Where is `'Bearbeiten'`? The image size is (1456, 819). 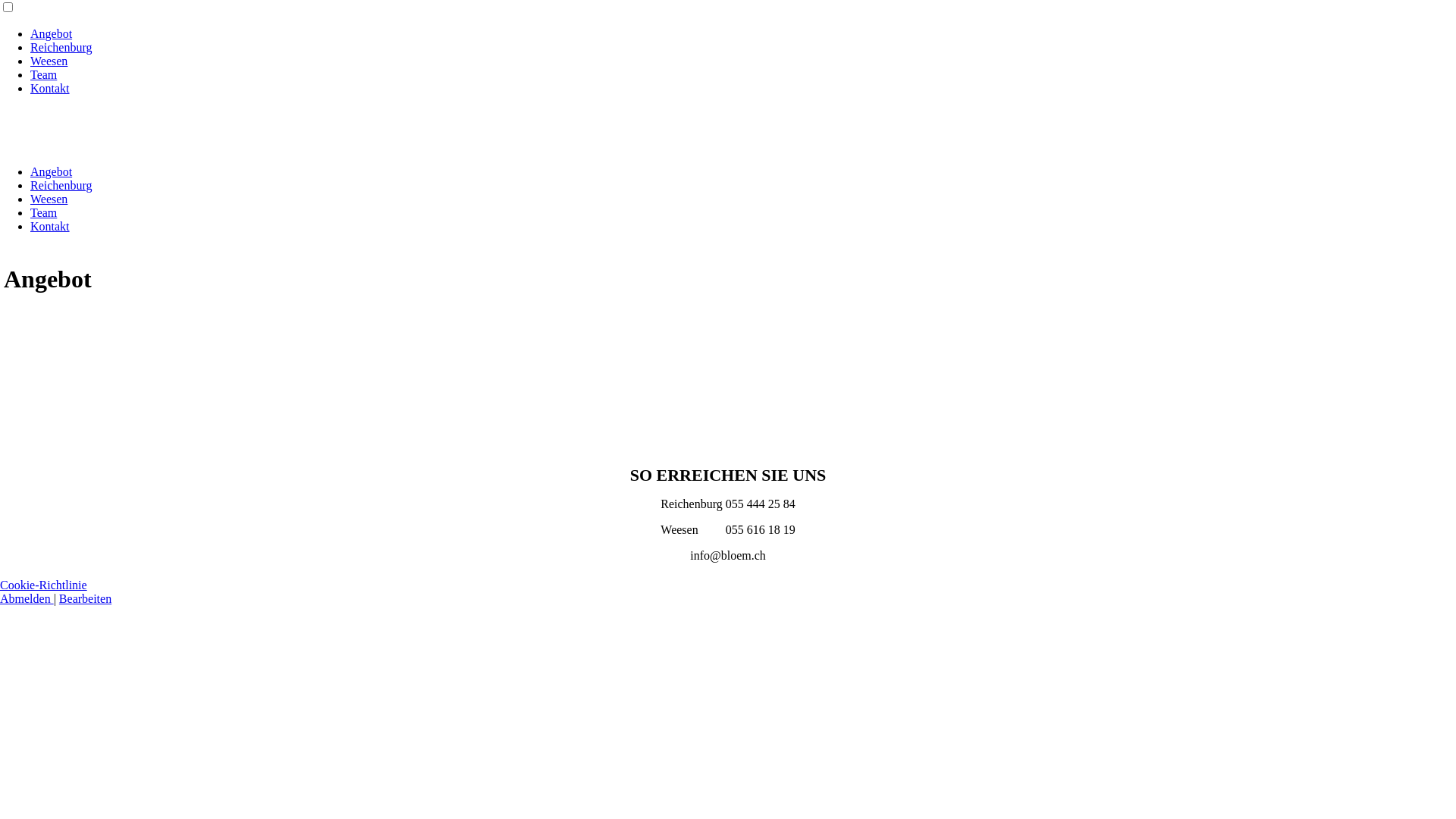 'Bearbeiten' is located at coordinates (58, 598).